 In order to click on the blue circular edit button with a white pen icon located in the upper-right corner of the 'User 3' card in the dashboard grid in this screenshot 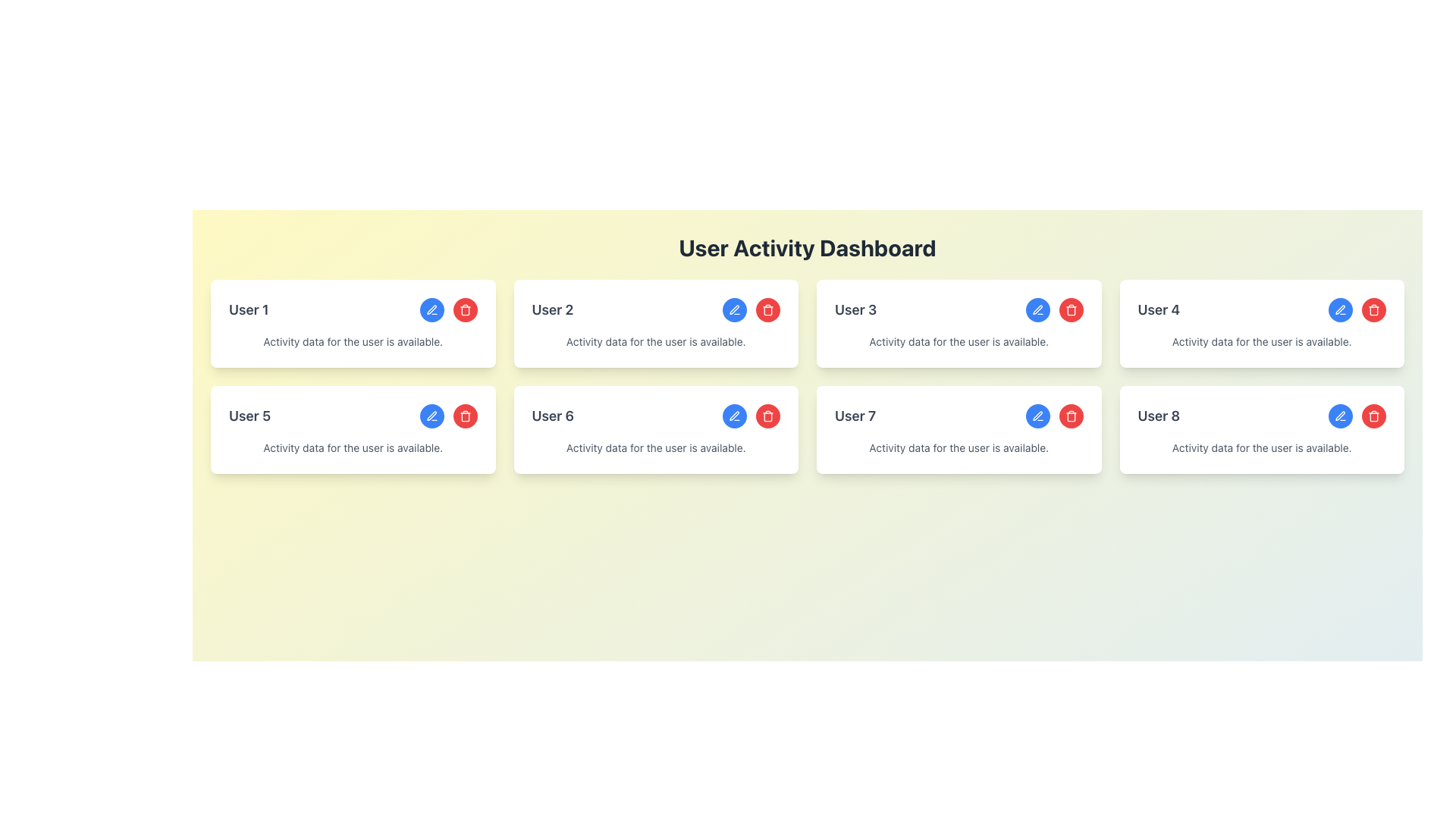, I will do `click(1037, 309)`.